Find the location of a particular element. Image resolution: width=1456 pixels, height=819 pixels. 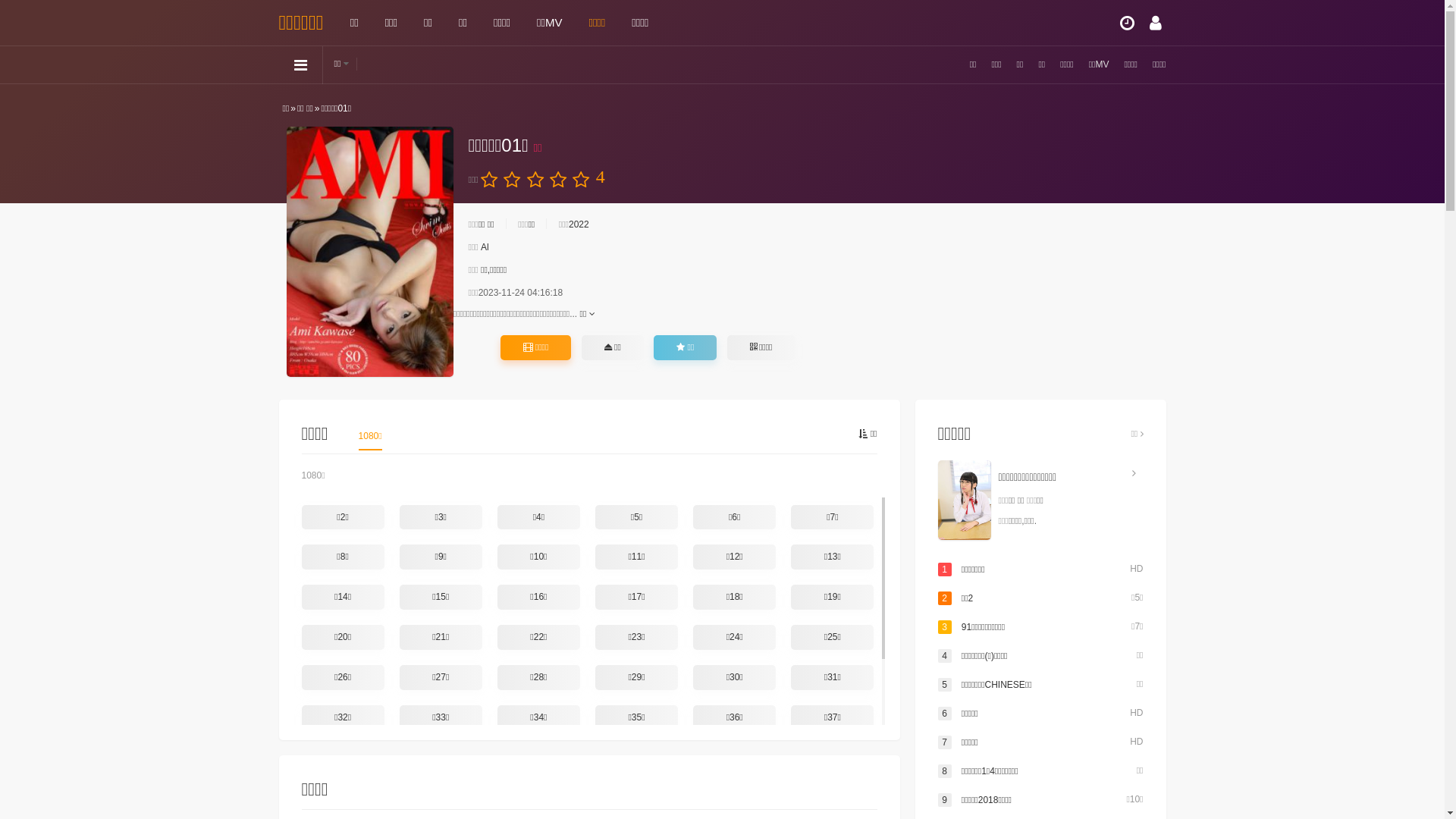

'2022' is located at coordinates (578, 224).